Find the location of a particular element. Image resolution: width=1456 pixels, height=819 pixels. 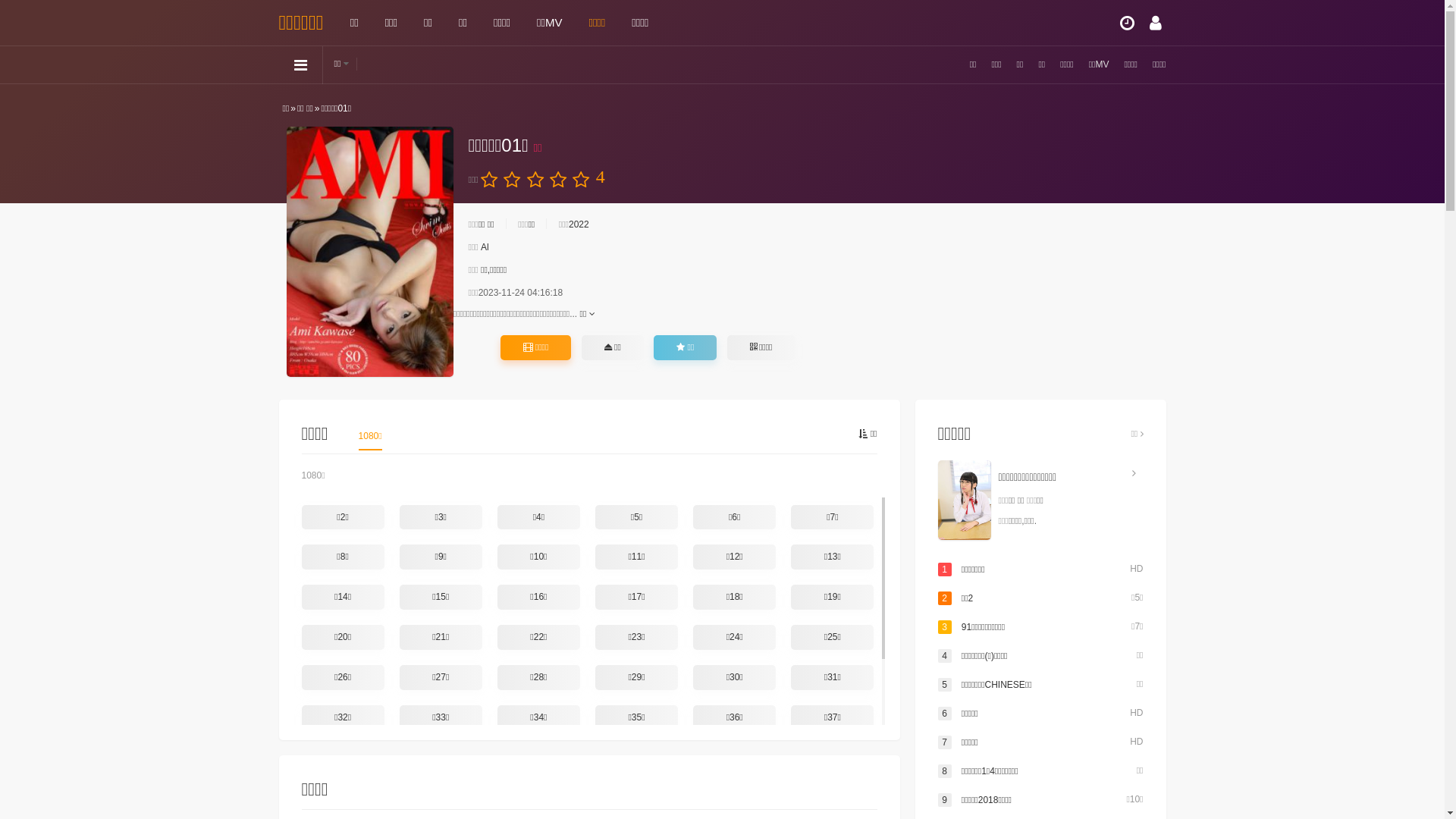

'2022' is located at coordinates (578, 224).